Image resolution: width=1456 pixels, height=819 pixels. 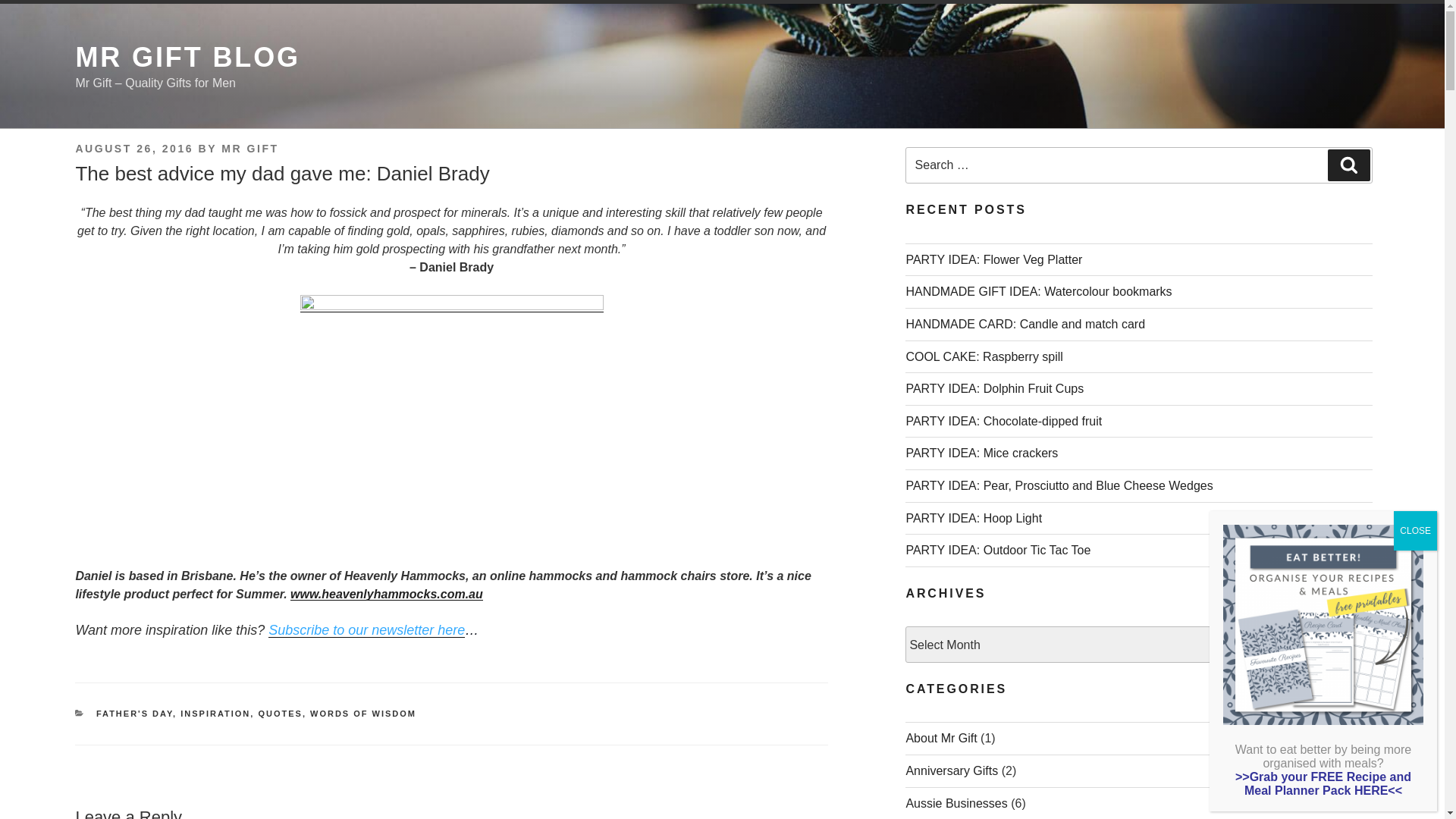 I want to click on 'MR GIFT', so click(x=249, y=149).